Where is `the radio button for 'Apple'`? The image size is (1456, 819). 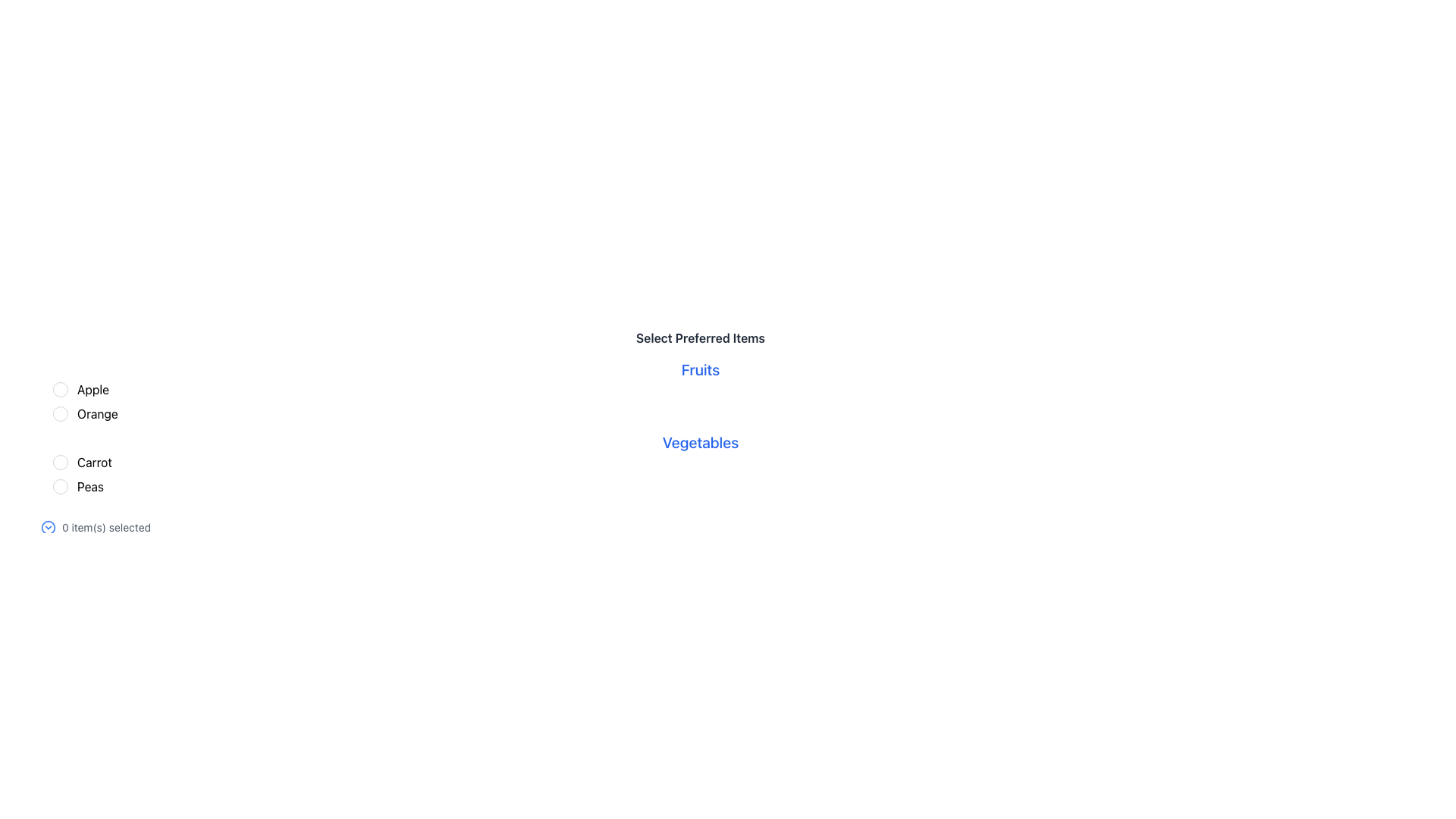
the radio button for 'Apple' is located at coordinates (61, 388).